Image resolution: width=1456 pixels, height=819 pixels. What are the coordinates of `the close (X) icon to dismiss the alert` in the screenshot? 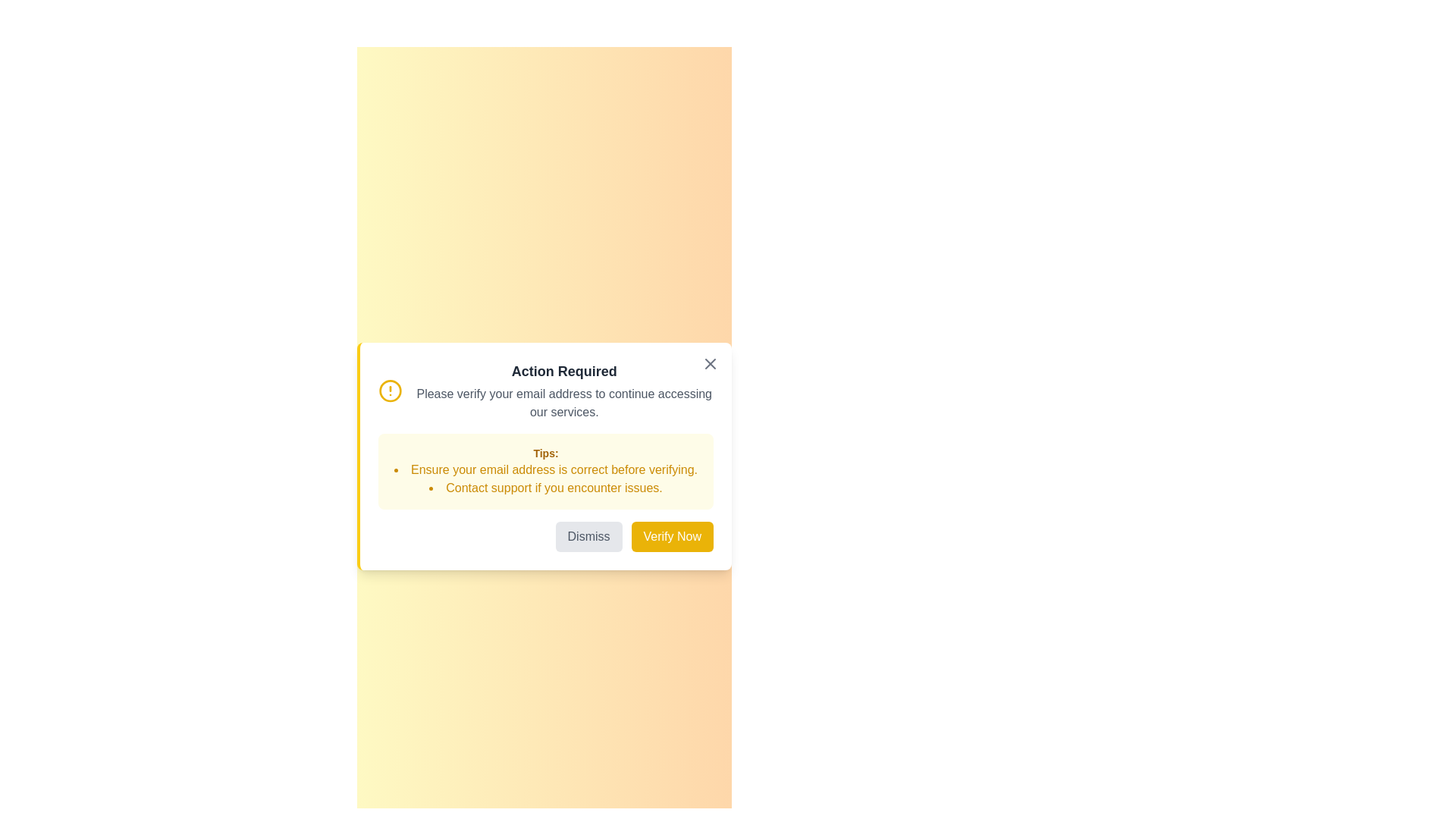 It's located at (709, 363).